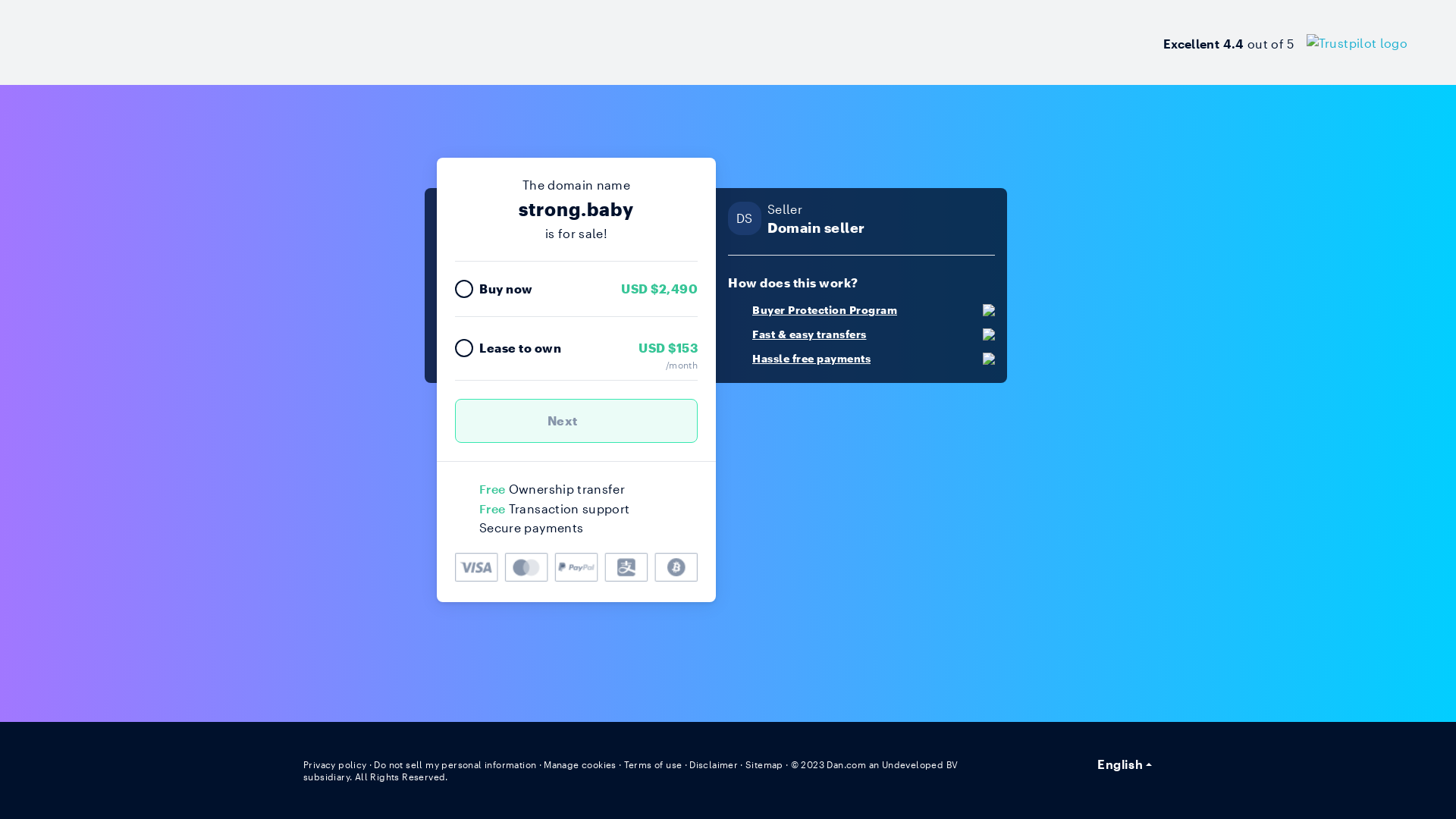 Image resolution: width=1456 pixels, height=819 pixels. What do you see at coordinates (1284, 42) in the screenshot?
I see `'Excellent 4.4 out of 5'` at bounding box center [1284, 42].